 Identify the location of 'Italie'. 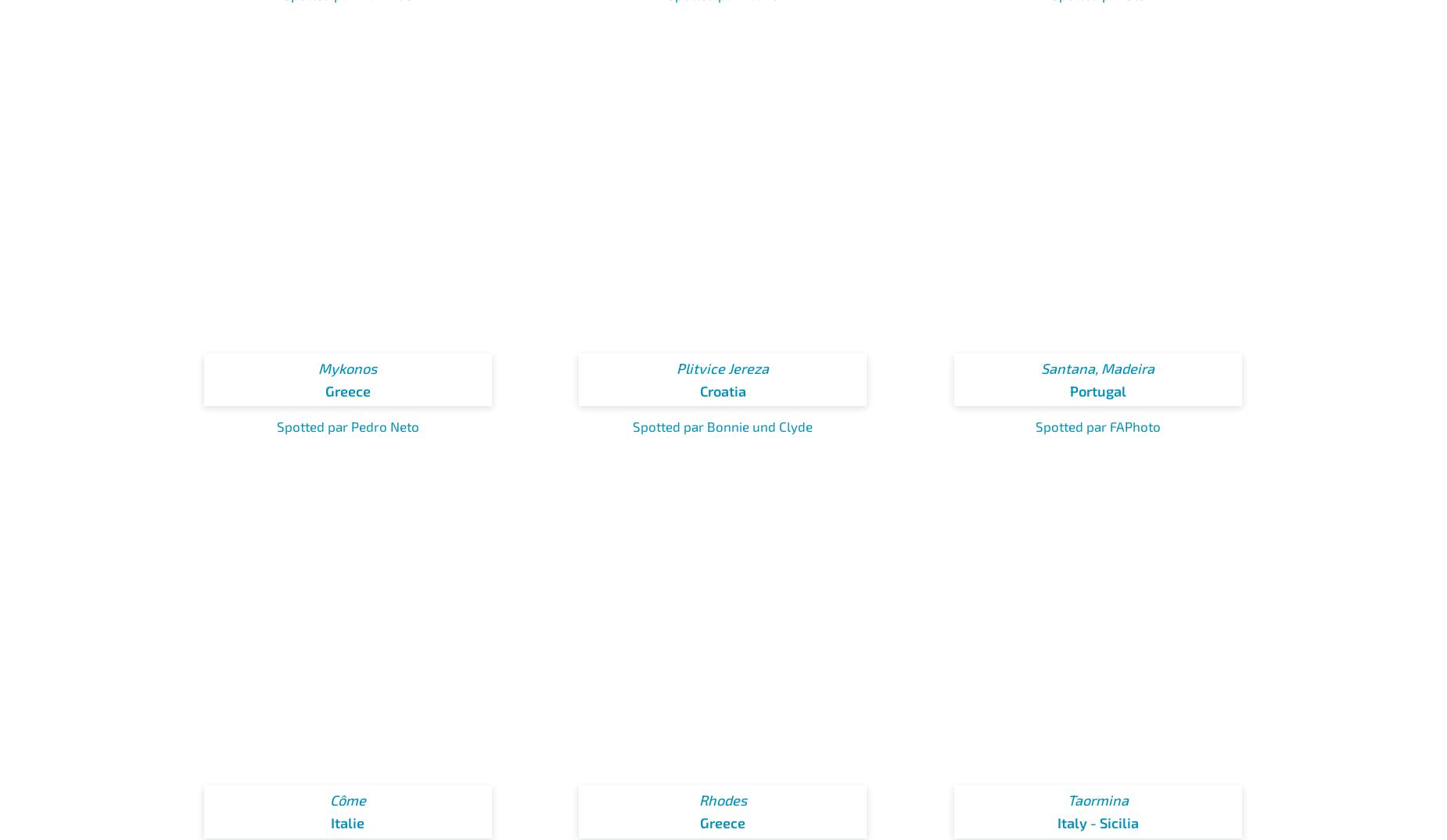
(346, 822).